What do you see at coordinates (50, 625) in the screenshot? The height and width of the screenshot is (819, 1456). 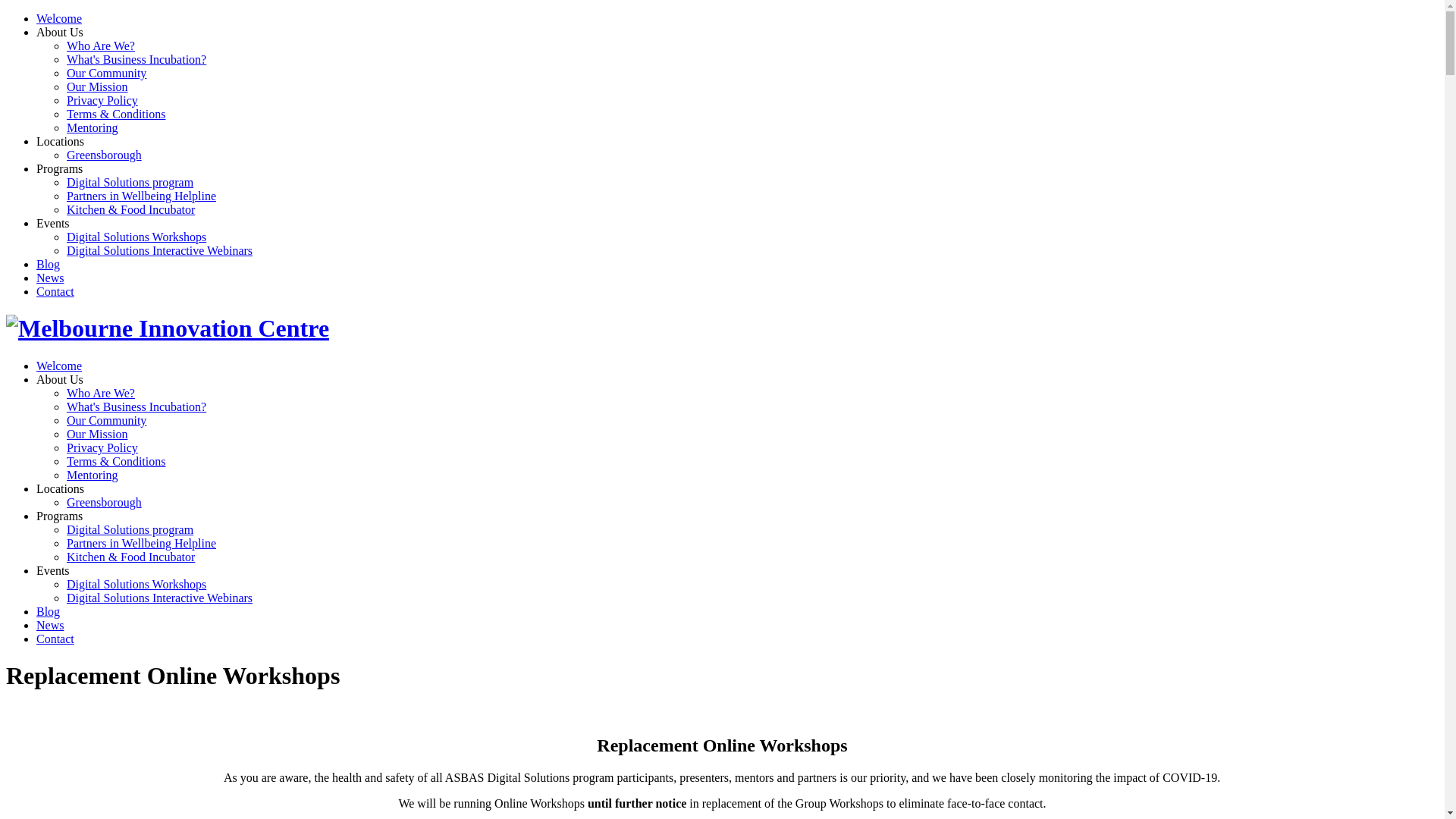 I see `'News'` at bounding box center [50, 625].